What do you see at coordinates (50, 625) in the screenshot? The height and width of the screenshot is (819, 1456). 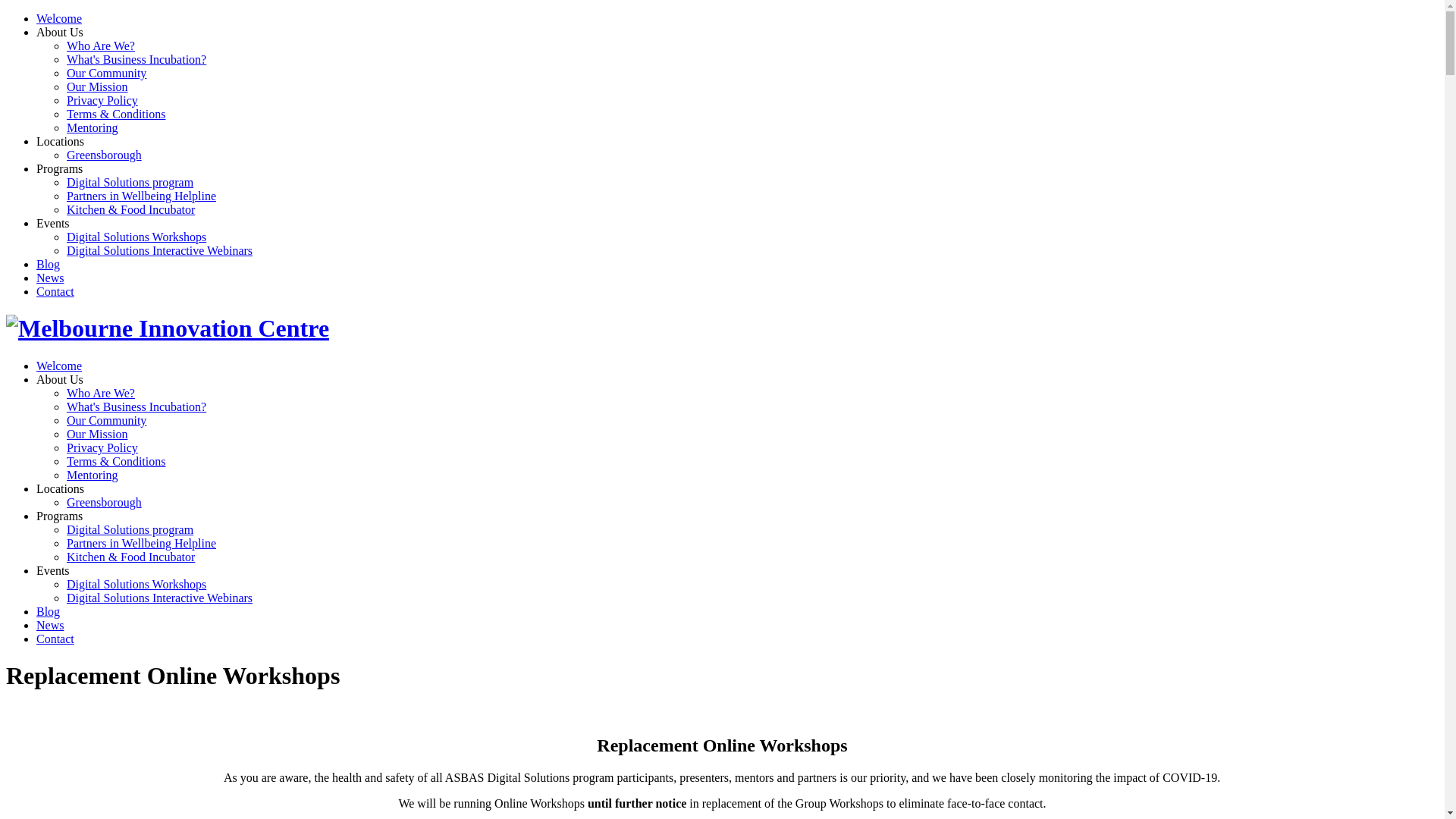 I see `'News'` at bounding box center [50, 625].